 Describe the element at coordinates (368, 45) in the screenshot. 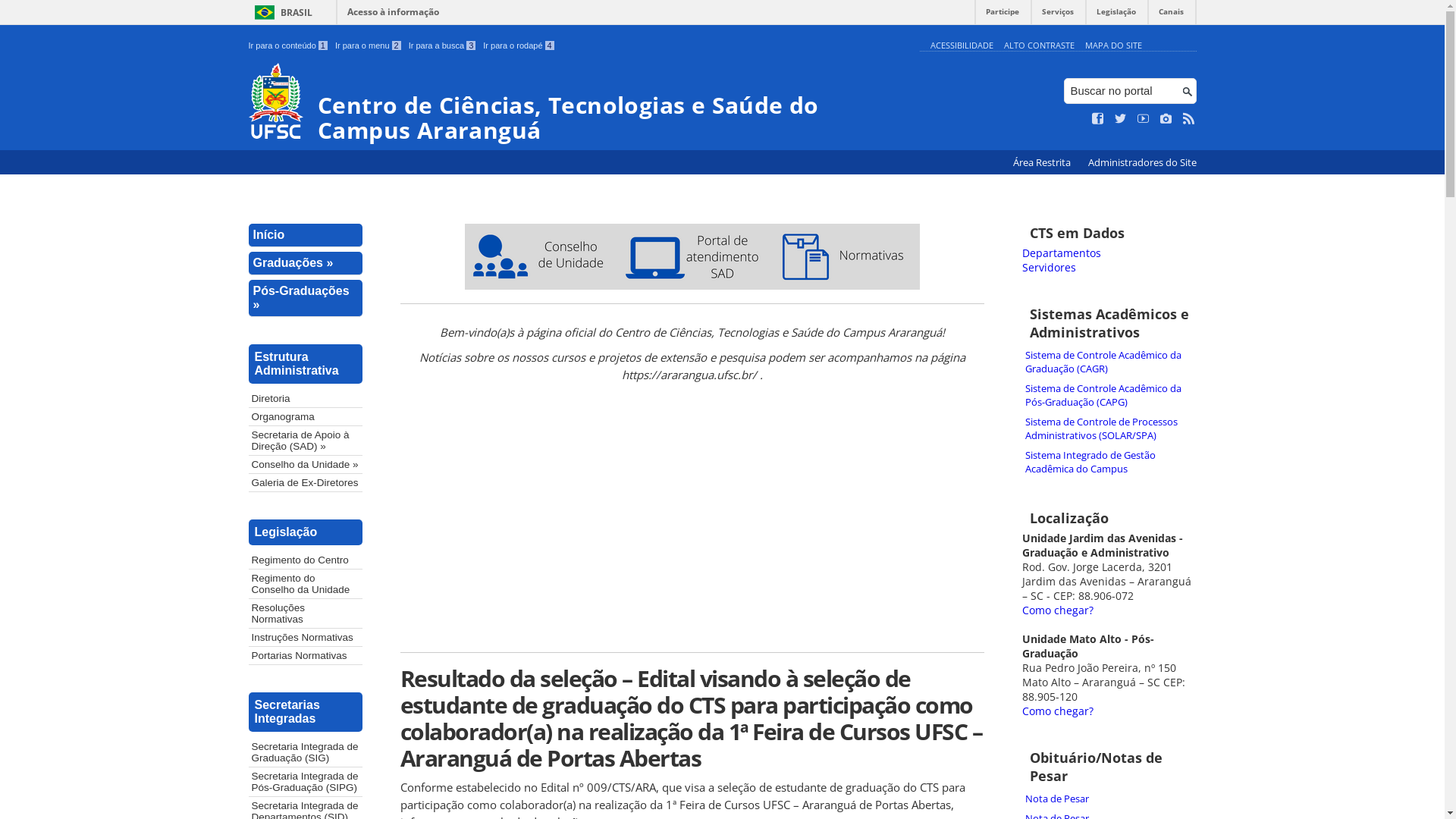

I see `'Ir para o menu 2'` at that location.